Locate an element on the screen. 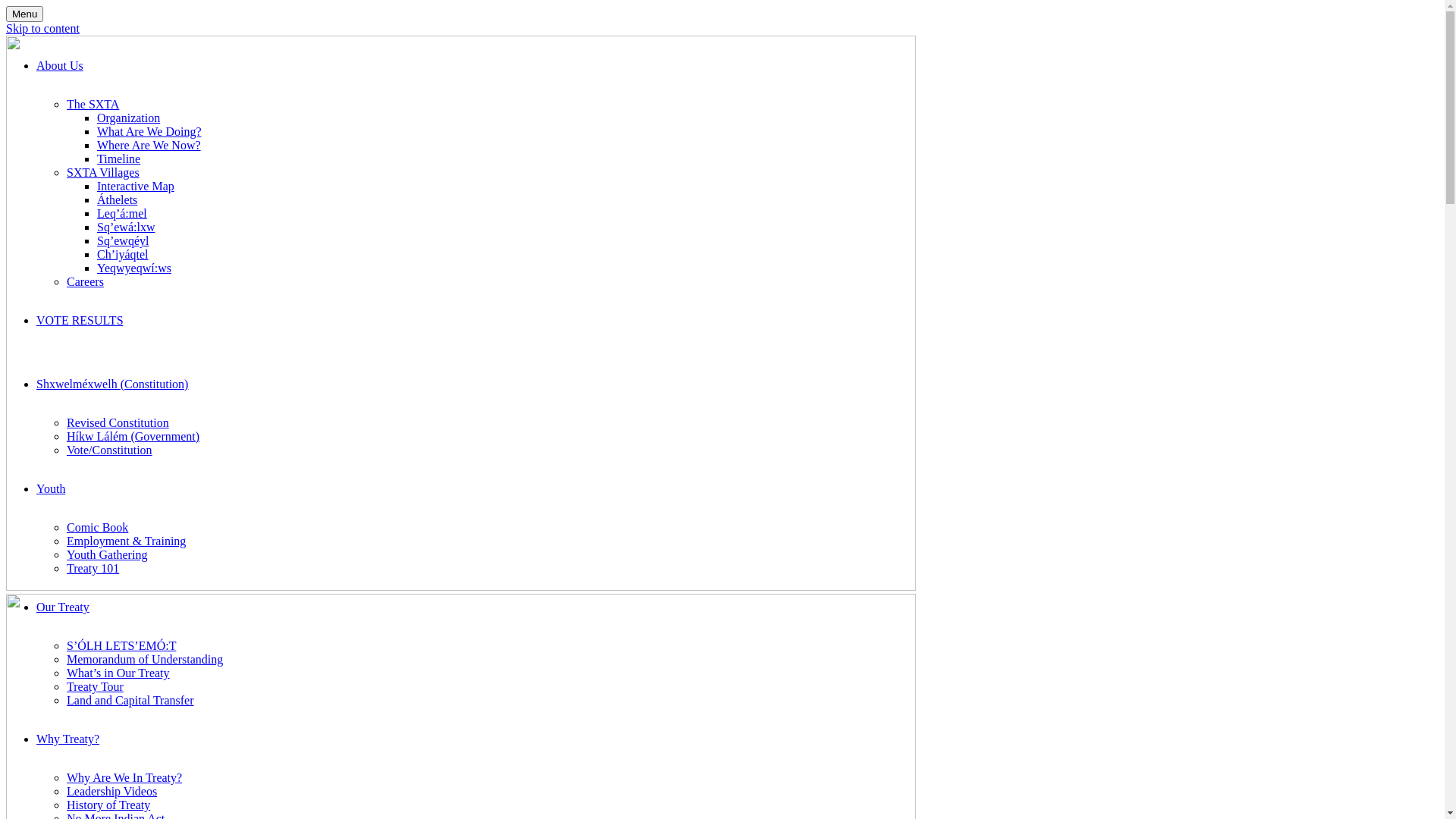  'Organization' is located at coordinates (128, 117).